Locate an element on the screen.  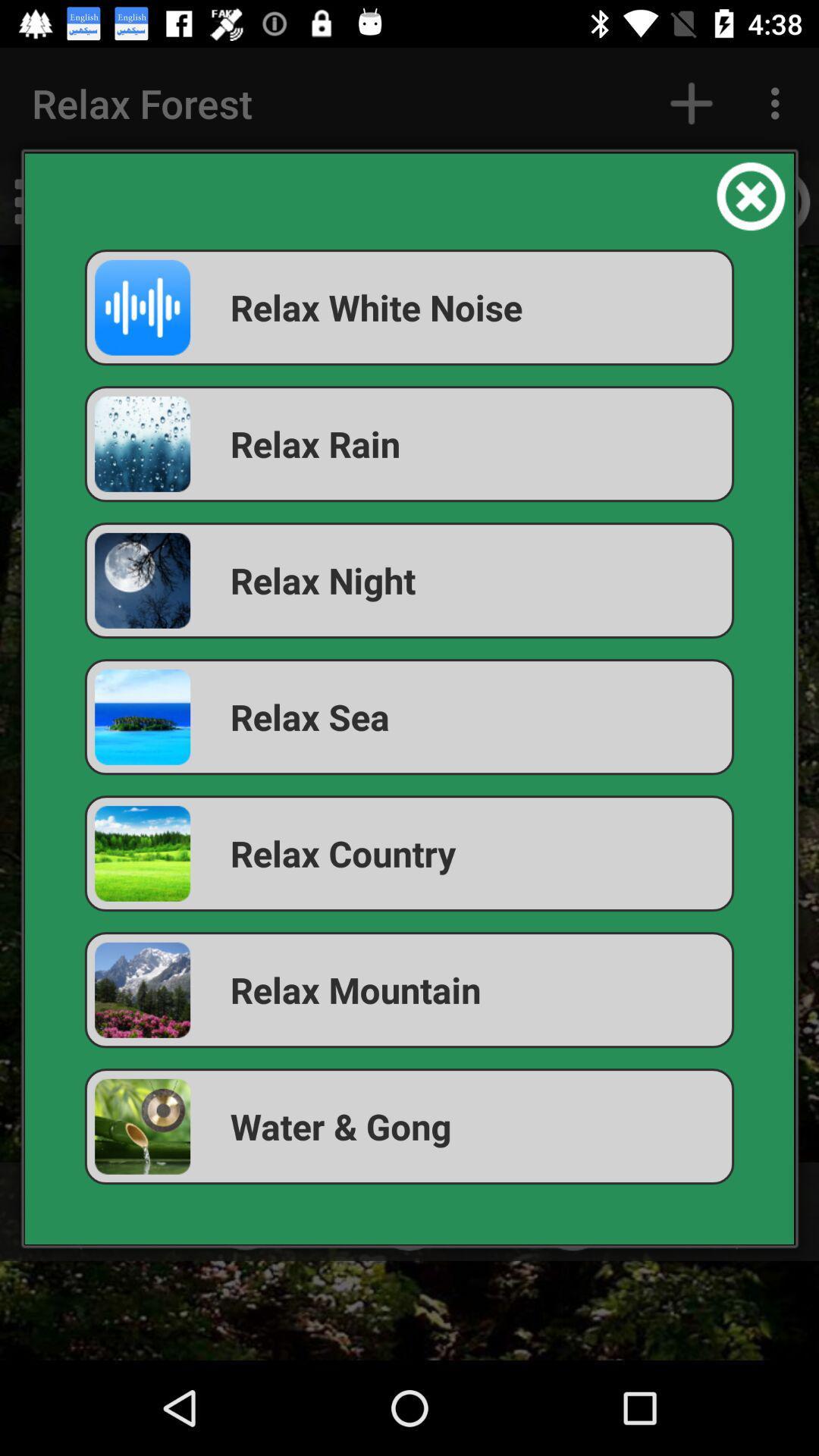
the item at the top right corner is located at coordinates (751, 196).